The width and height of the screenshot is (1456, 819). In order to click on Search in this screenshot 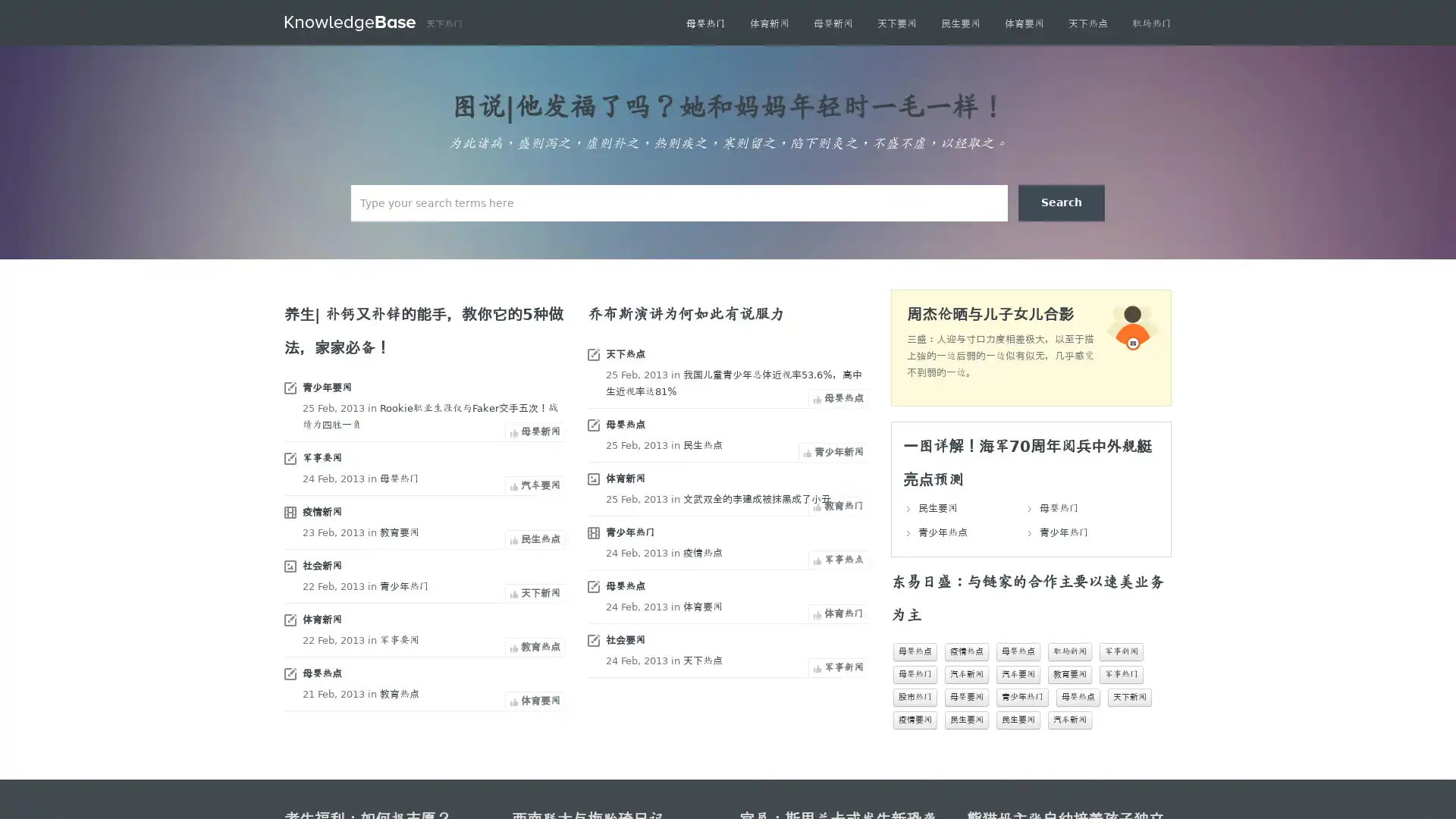, I will do `click(1061, 202)`.